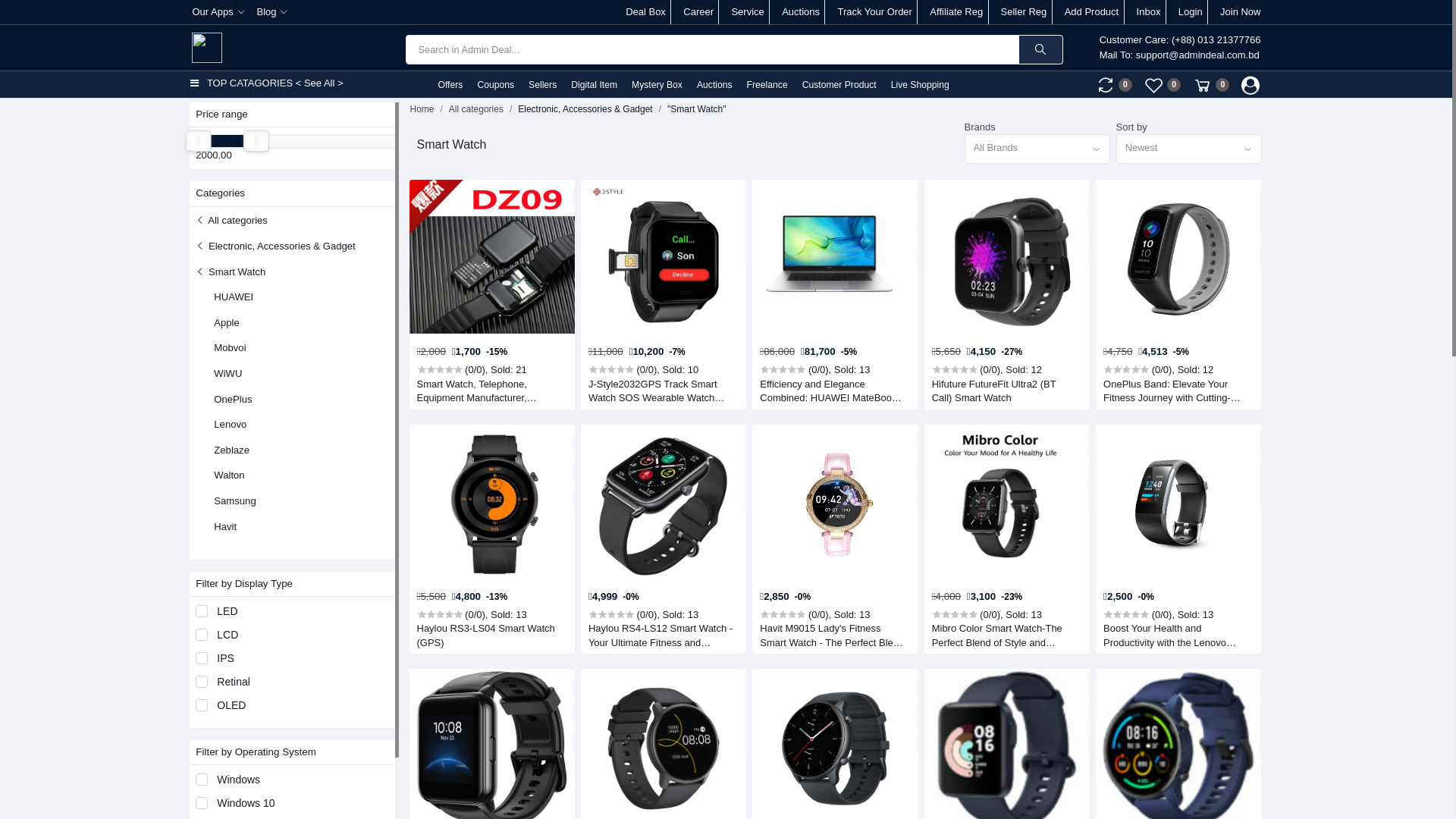 This screenshot has height=819, width=1456. I want to click on 'Apple', so click(225, 322).